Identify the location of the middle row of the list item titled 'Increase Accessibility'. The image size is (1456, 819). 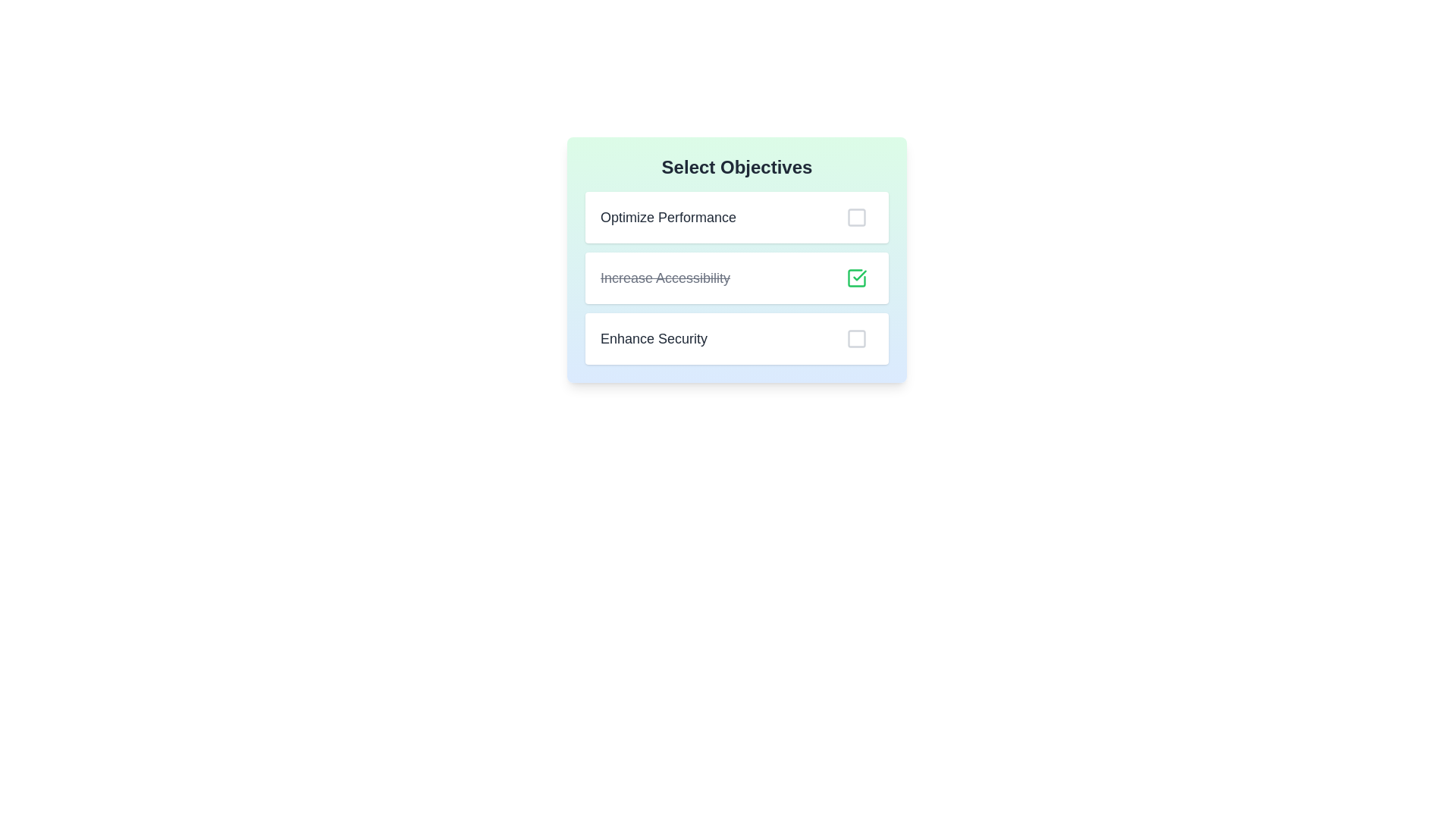
(736, 278).